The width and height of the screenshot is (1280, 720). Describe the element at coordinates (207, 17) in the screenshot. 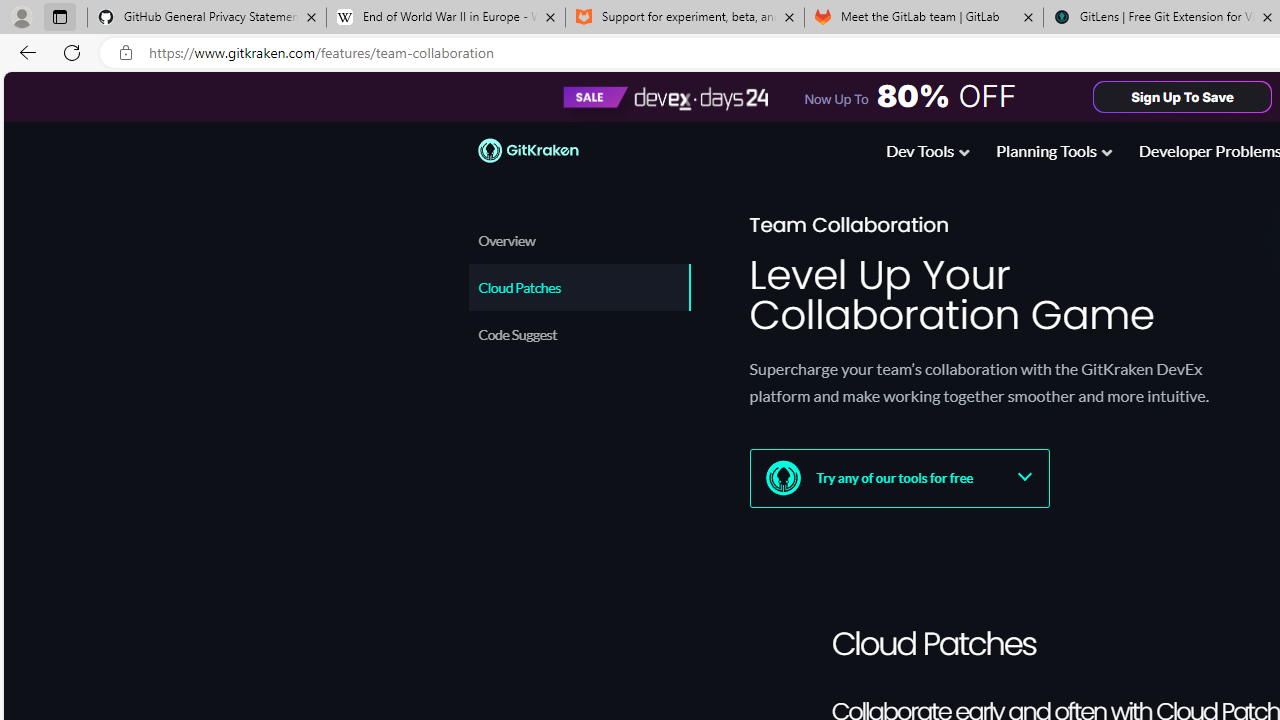

I see `'GitHub General Privacy Statement - GitHub Docs'` at that location.